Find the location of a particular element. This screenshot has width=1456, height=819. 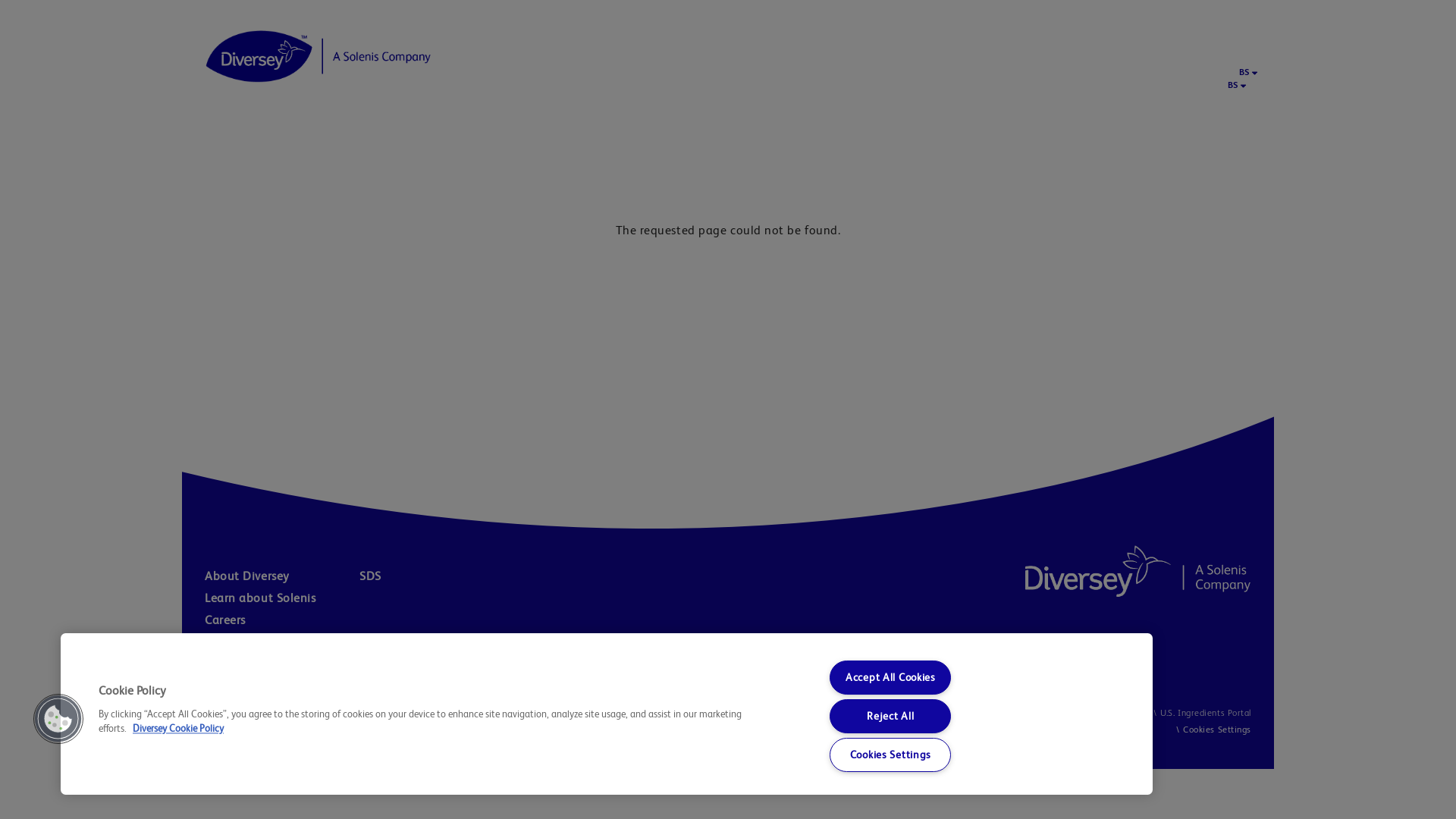

'Cookies Settings' is located at coordinates (829, 755).